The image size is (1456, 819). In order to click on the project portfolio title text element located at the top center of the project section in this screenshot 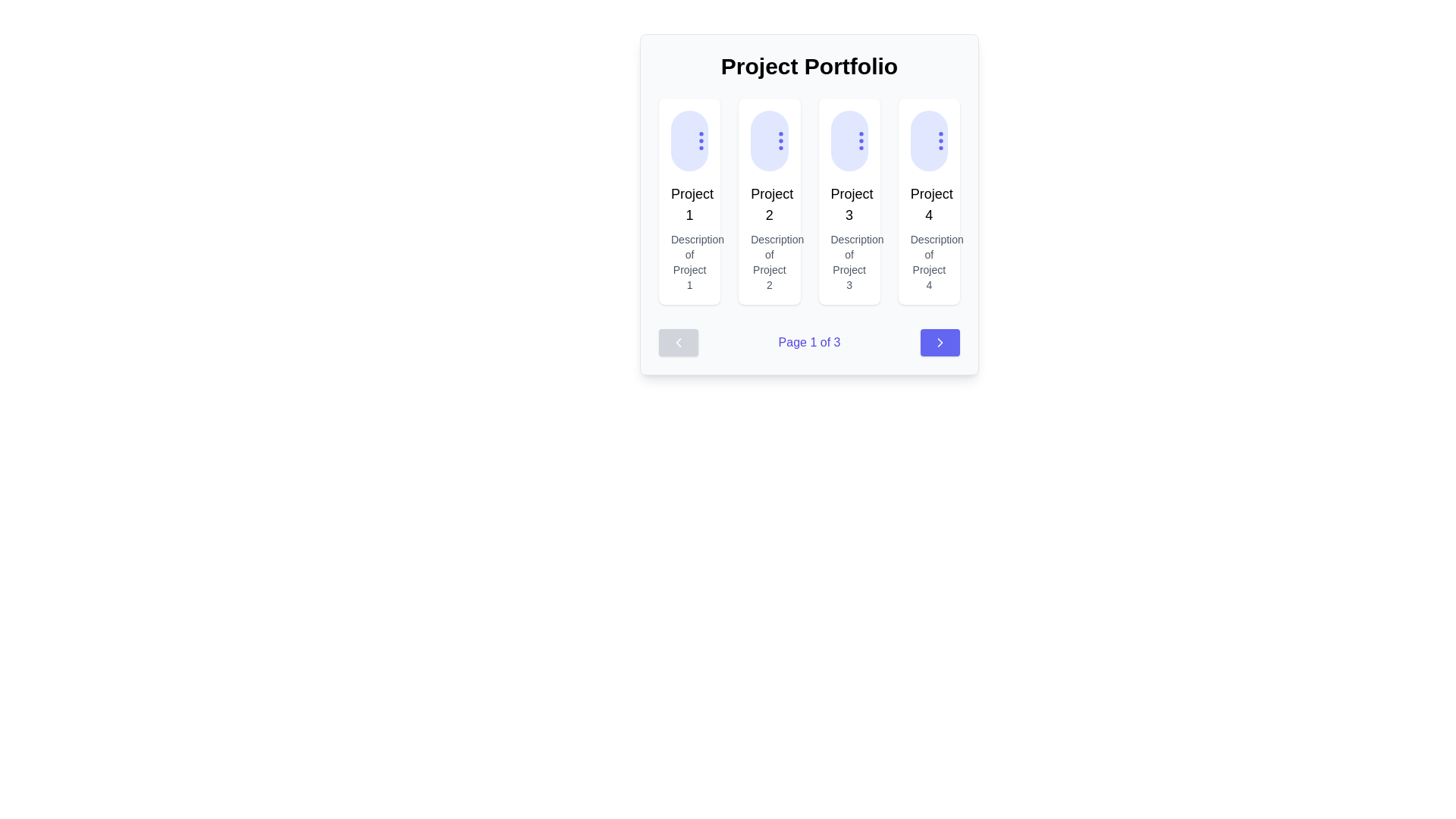, I will do `click(808, 66)`.